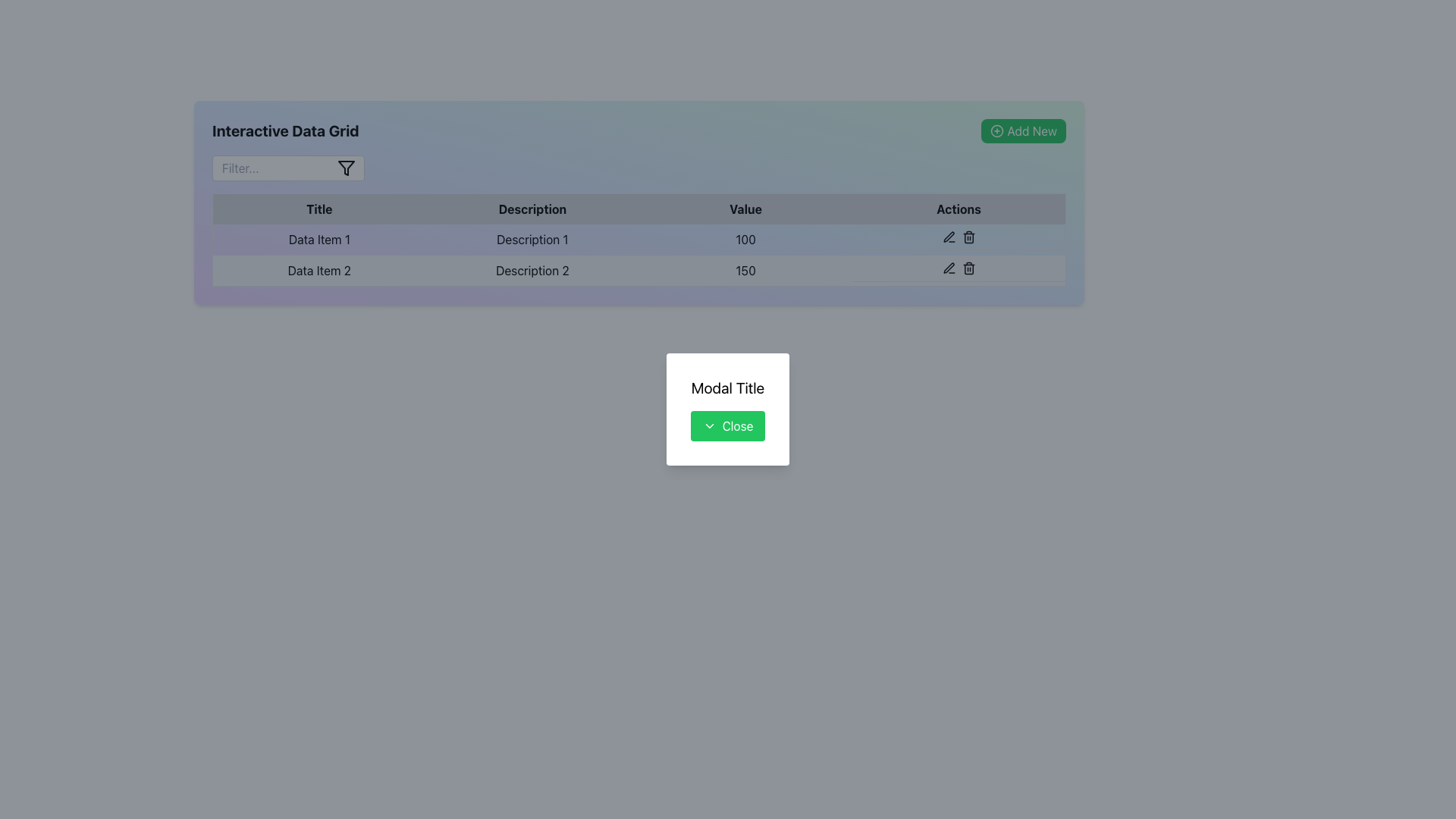  What do you see at coordinates (745, 239) in the screenshot?
I see `the Text Display element that shows the value '100', which is the third cell in the first row of the Interactive Data Grid` at bounding box center [745, 239].